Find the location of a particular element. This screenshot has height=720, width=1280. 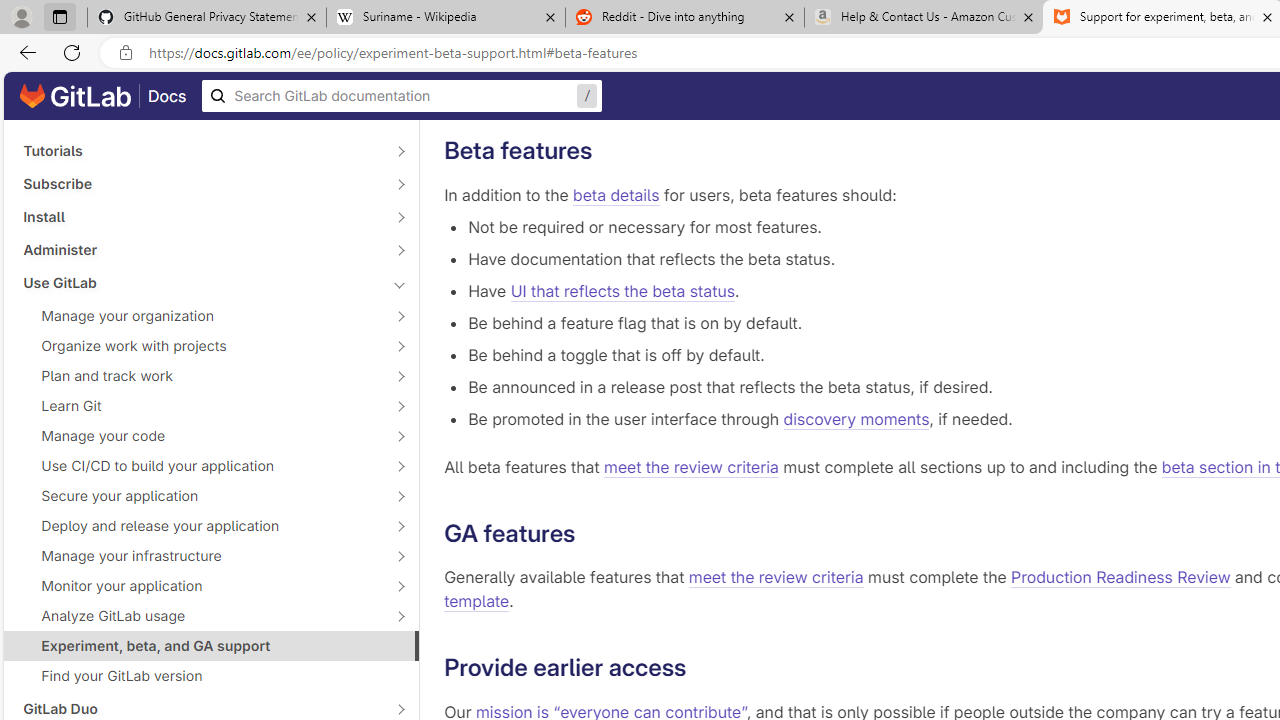

'Tutorials' is located at coordinates (200, 150).